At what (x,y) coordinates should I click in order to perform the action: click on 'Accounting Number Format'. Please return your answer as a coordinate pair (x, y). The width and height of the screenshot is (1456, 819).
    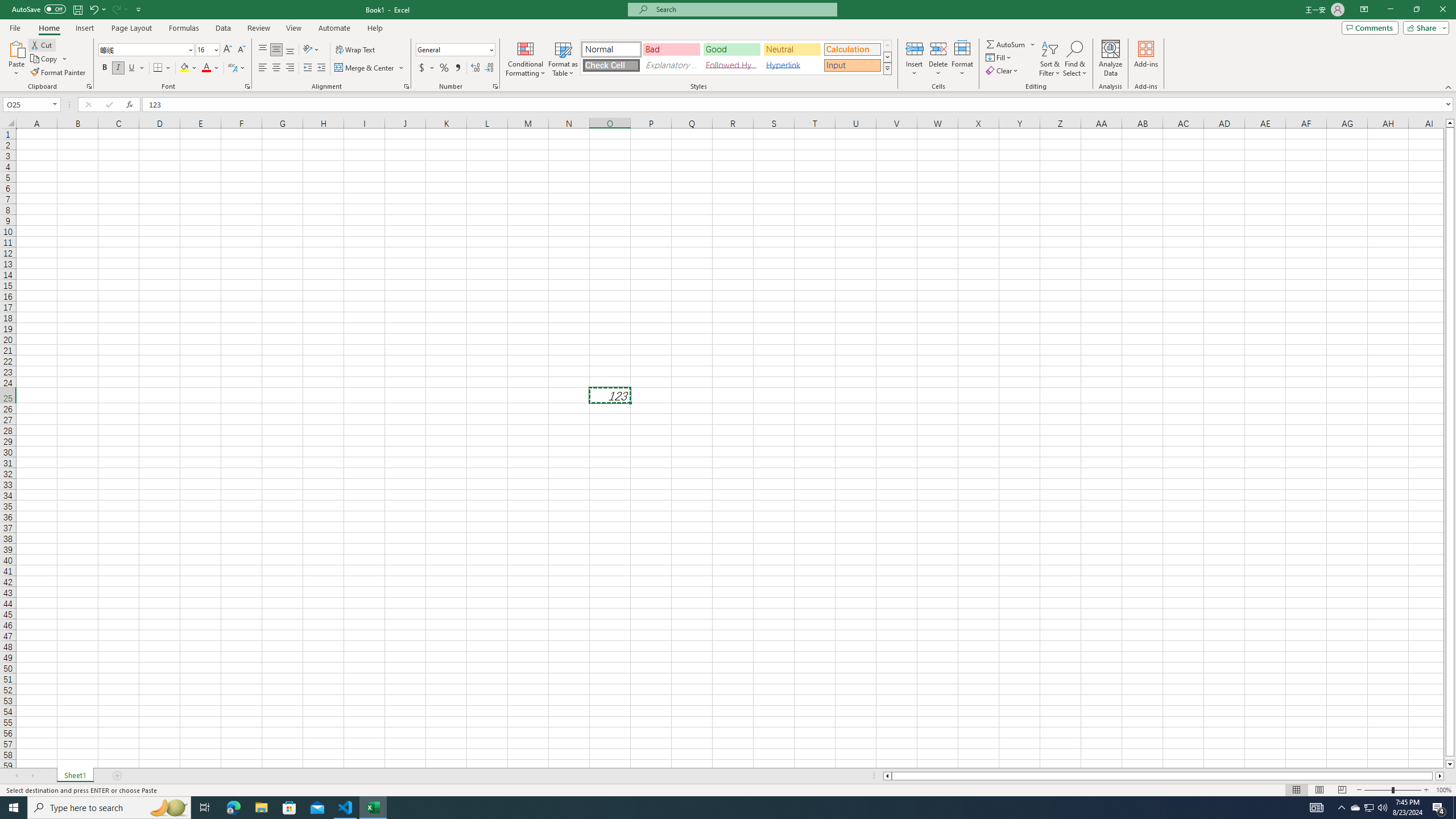
    Looking at the image, I should click on (427, 67).